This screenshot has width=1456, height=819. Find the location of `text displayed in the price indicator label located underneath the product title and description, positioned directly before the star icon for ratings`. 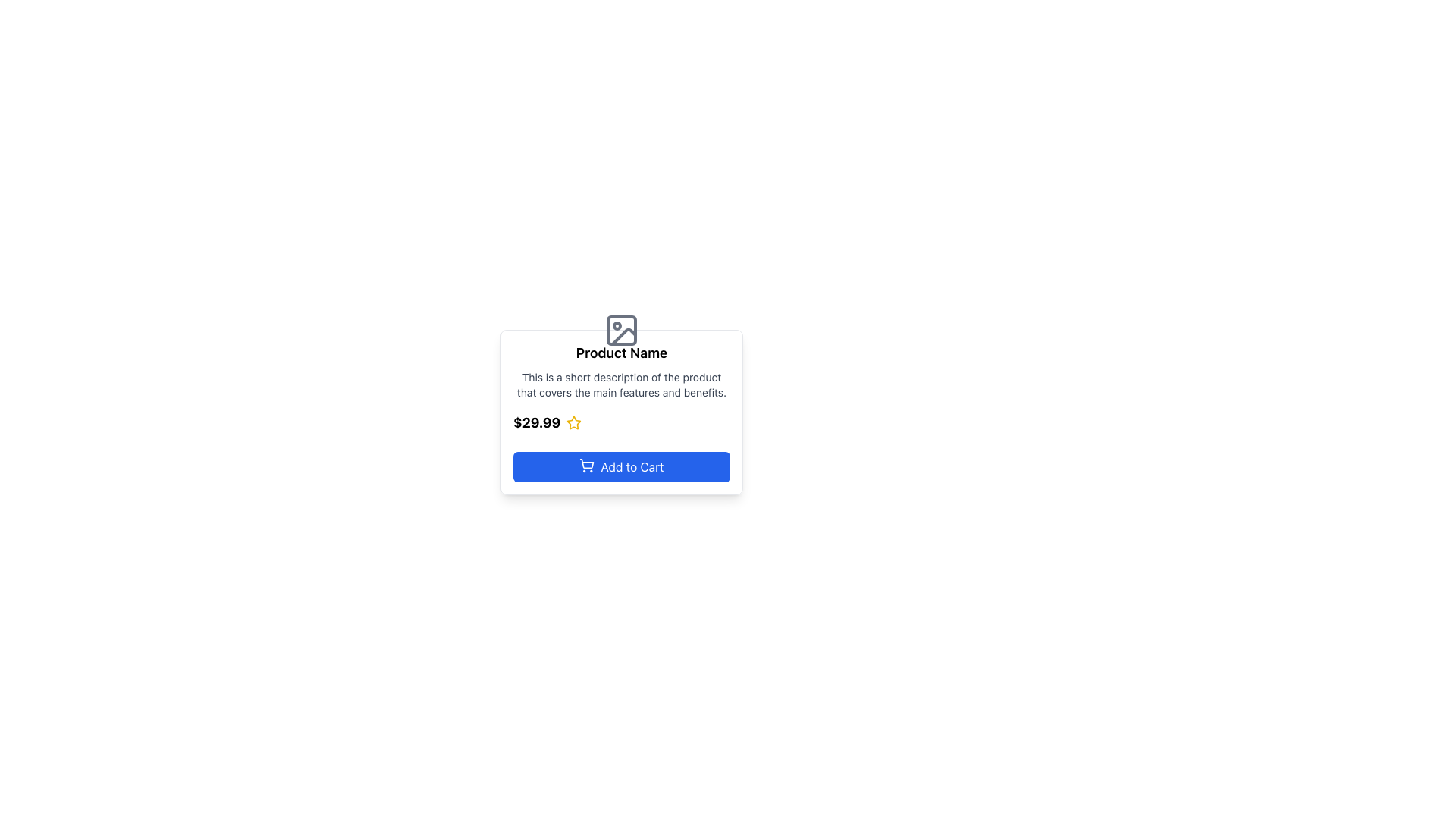

text displayed in the price indicator label located underneath the product title and description, positioned directly before the star icon for ratings is located at coordinates (537, 423).